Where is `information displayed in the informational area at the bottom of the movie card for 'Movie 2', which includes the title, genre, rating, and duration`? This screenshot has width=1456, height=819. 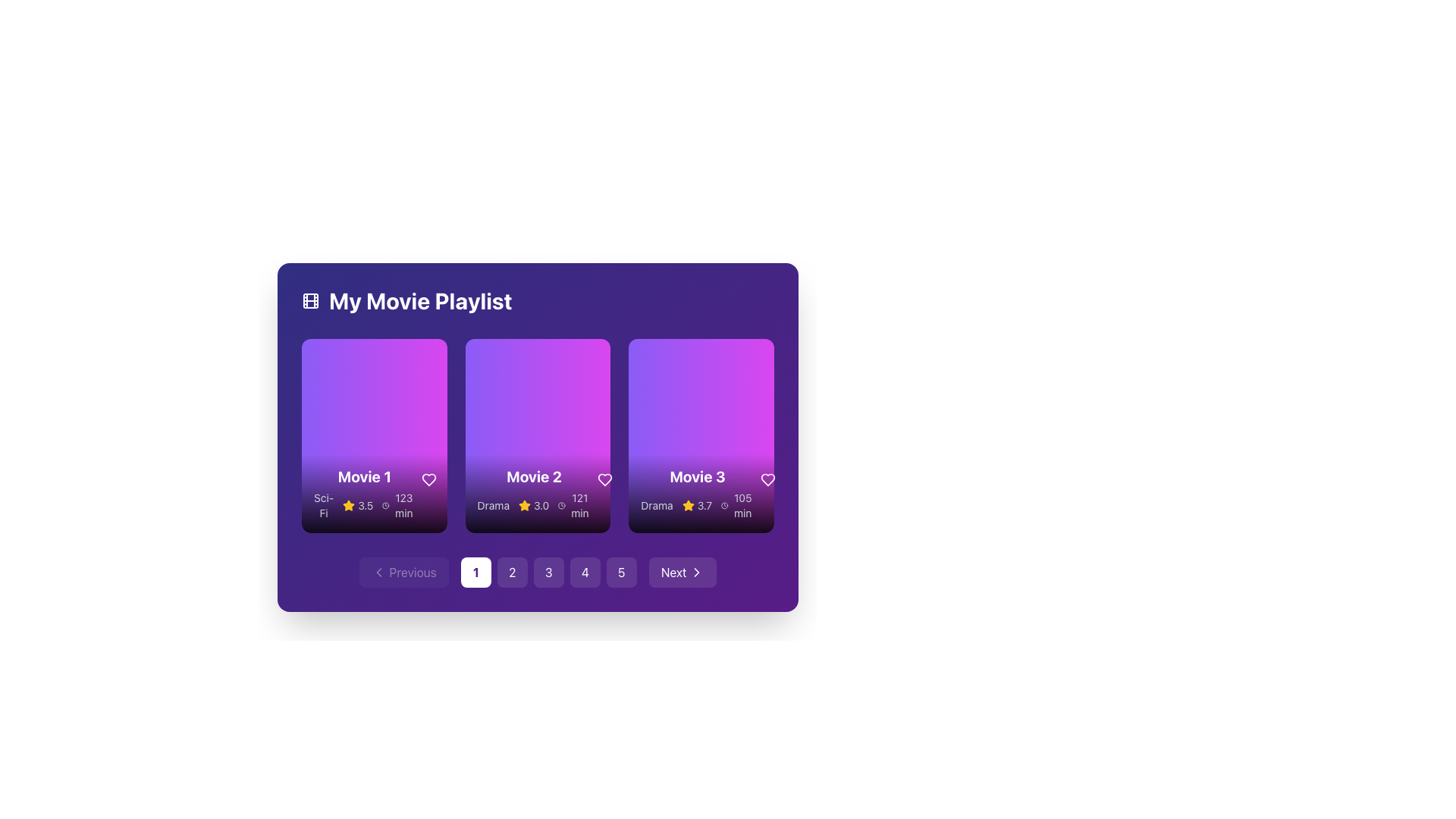 information displayed in the informational area at the bottom of the movie card for 'Movie 2', which includes the title, genre, rating, and duration is located at coordinates (538, 494).